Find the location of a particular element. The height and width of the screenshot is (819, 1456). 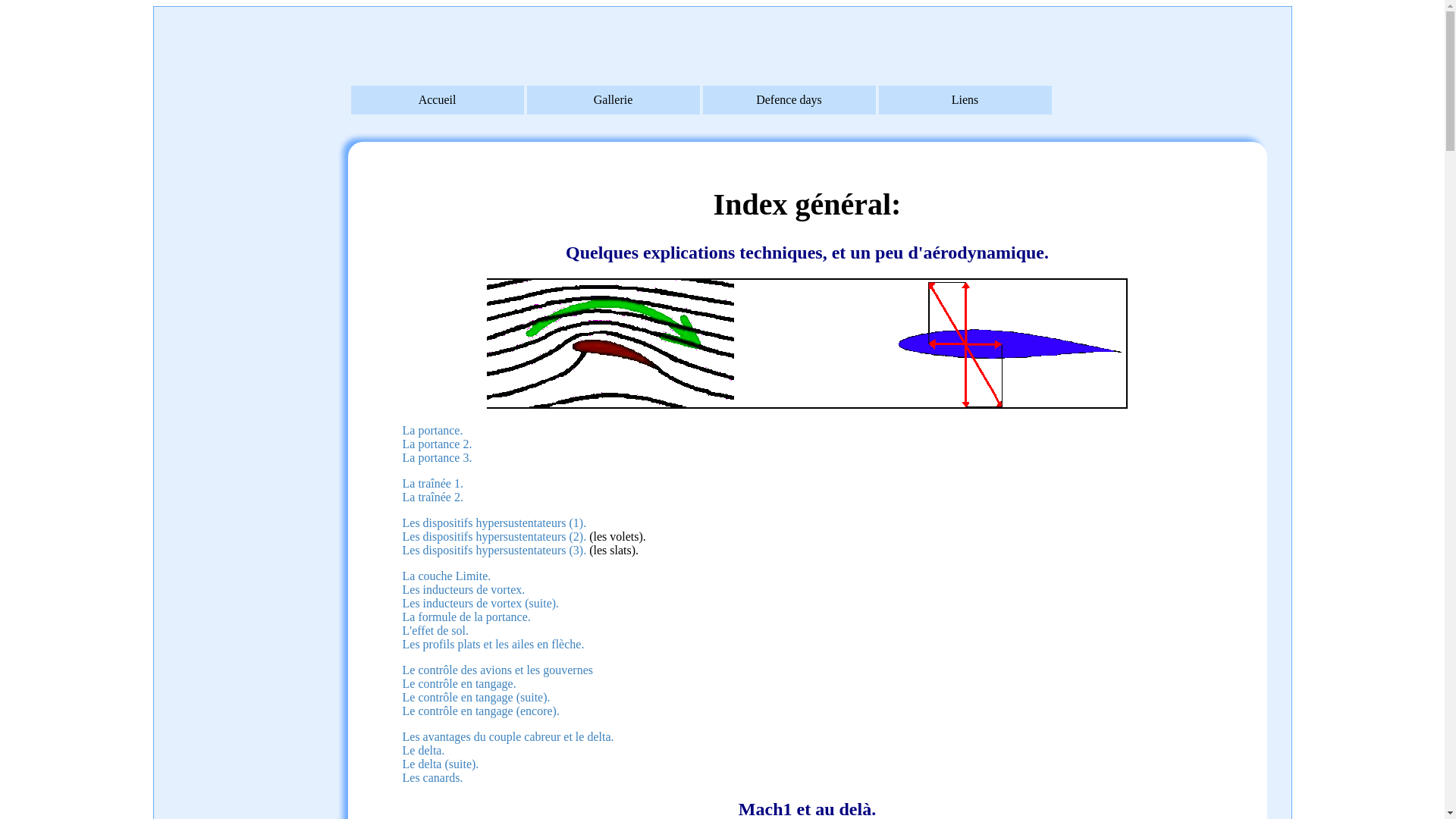

'La couche Limite.' is located at coordinates (445, 575).